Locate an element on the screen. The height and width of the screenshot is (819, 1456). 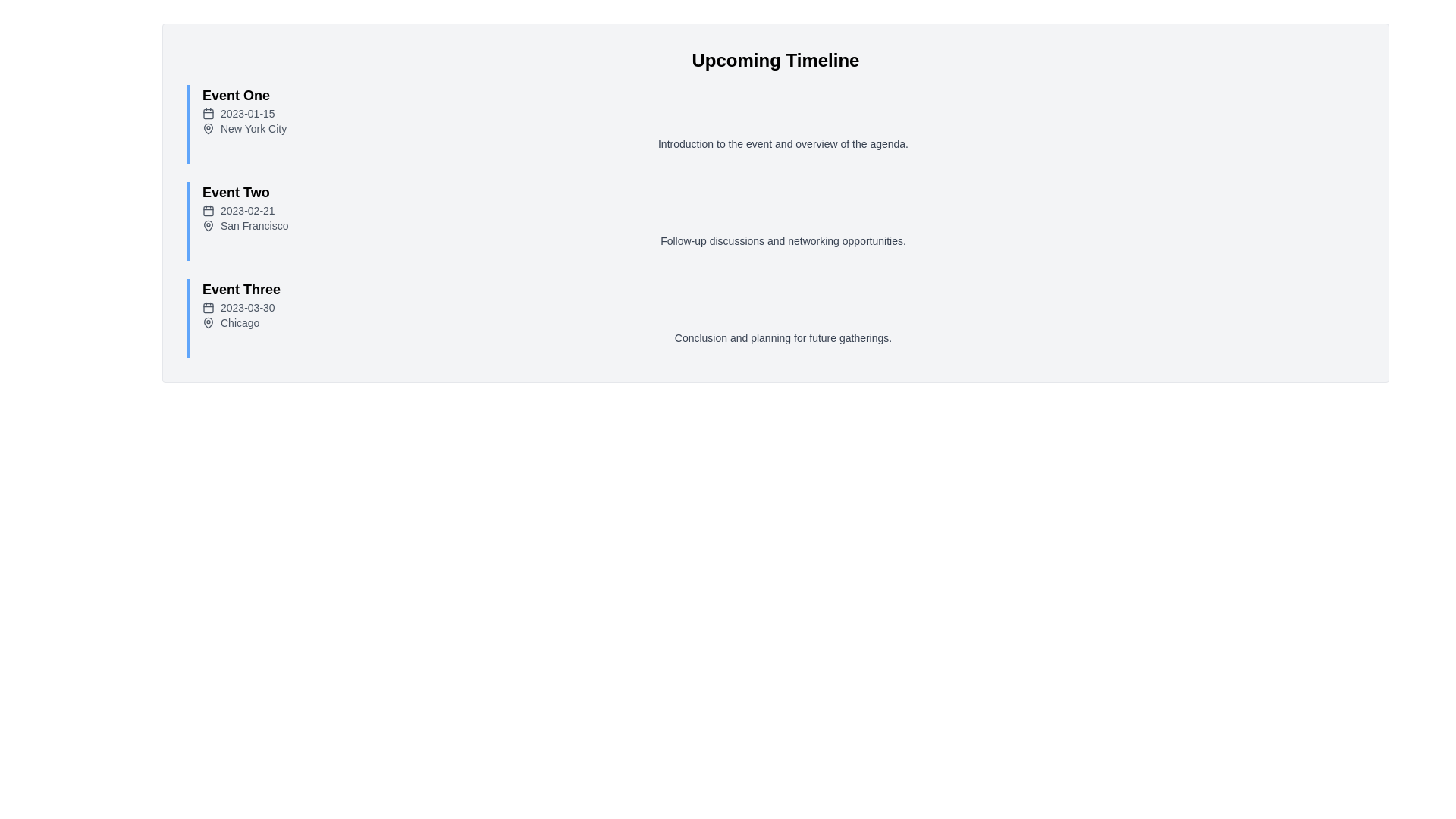
the calendar icon, which is a small, square-bordered, line-based design representing a calendar, located next to the date '2023-03-30' under the title 'Event Three' is located at coordinates (207, 307).